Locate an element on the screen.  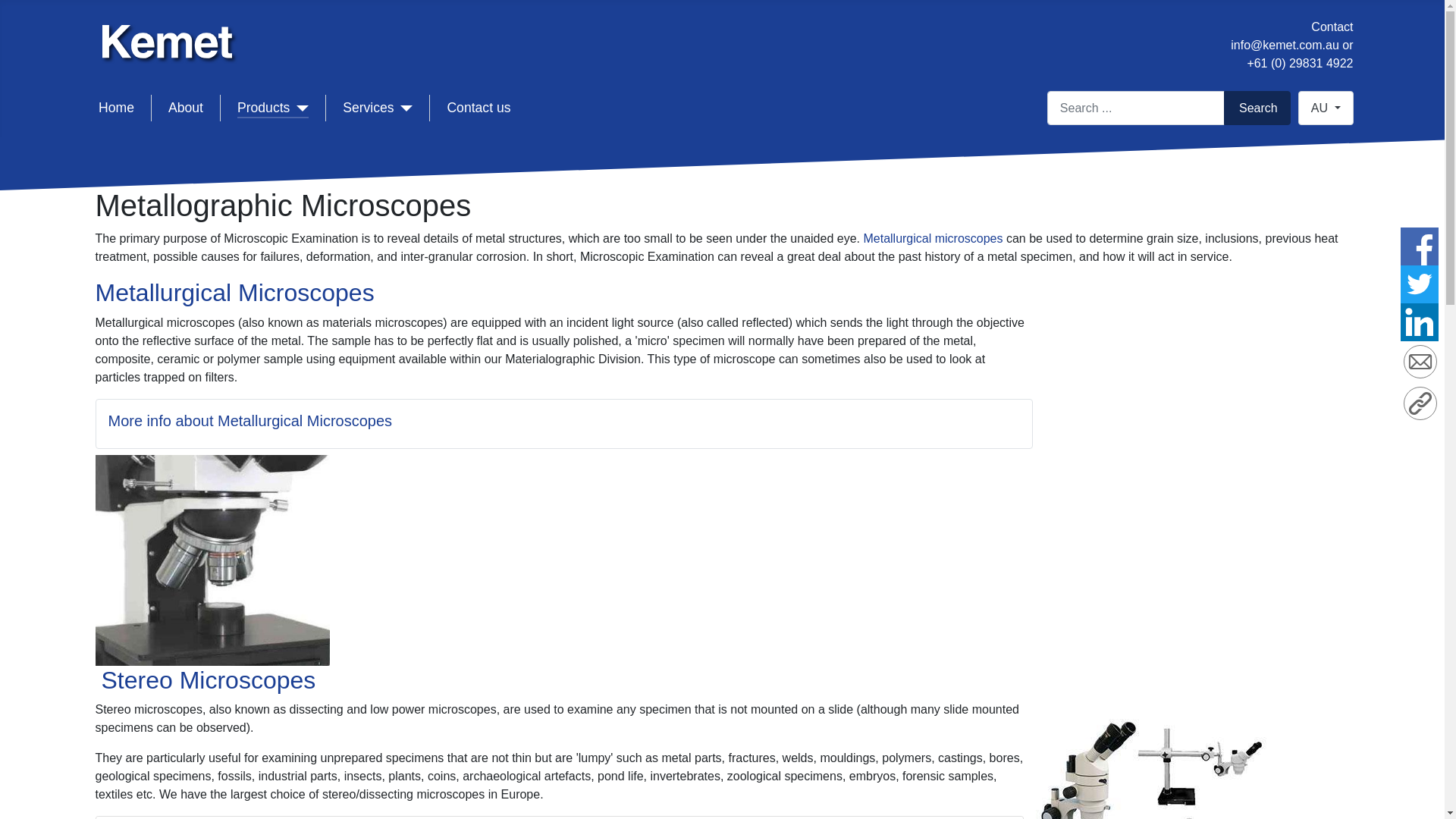
'Home' is located at coordinates (115, 107).